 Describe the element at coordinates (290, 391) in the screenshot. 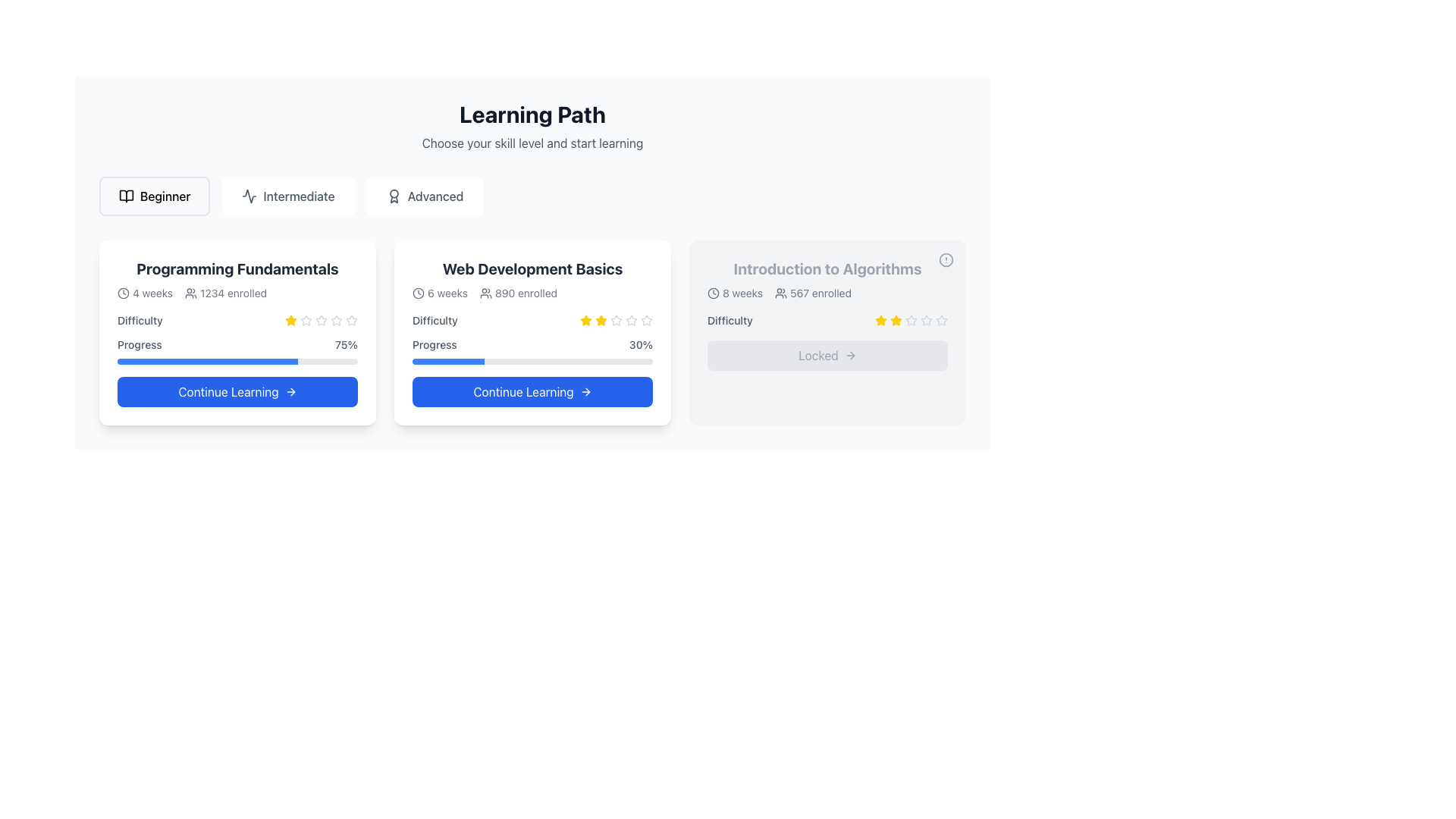

I see `the progress indicator icon located to the right of the 'Continue Learning' text within the 'Programming Fundamentals' card` at that location.